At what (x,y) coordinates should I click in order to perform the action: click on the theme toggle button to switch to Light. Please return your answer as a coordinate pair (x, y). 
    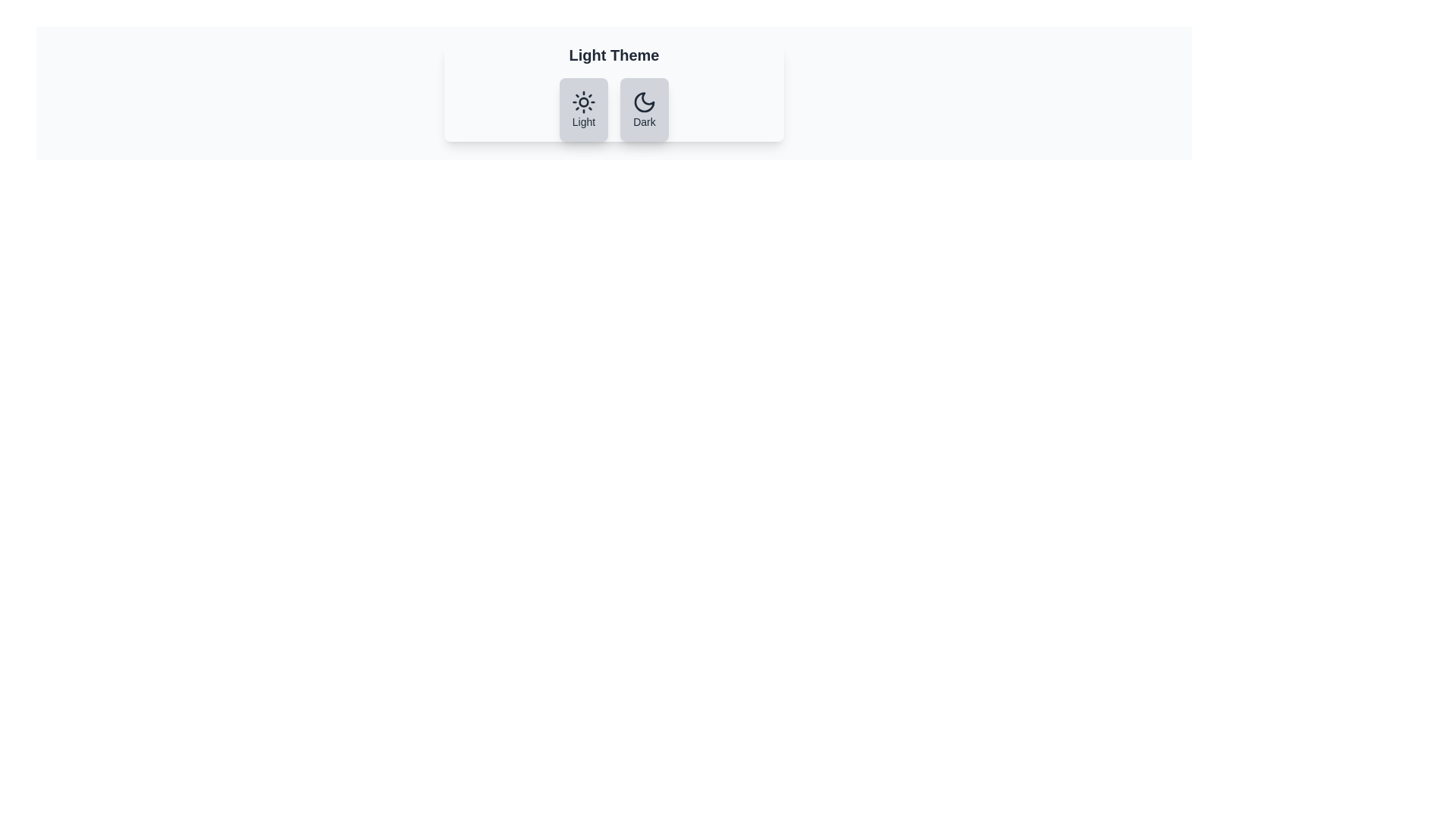
    Looking at the image, I should click on (582, 109).